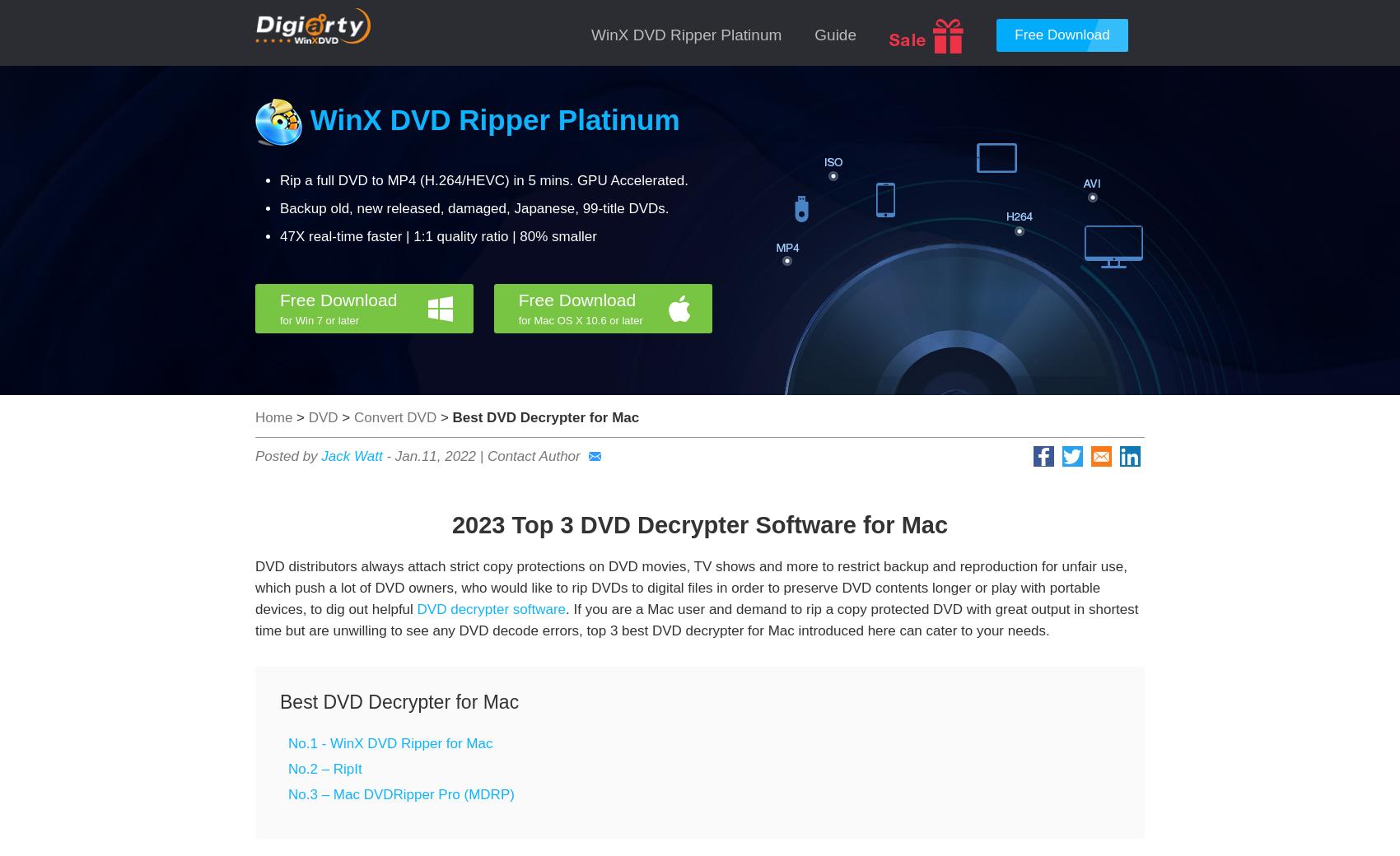 Image resolution: width=1400 pixels, height=856 pixels. I want to click on 'for Win 7 or later', so click(279, 319).